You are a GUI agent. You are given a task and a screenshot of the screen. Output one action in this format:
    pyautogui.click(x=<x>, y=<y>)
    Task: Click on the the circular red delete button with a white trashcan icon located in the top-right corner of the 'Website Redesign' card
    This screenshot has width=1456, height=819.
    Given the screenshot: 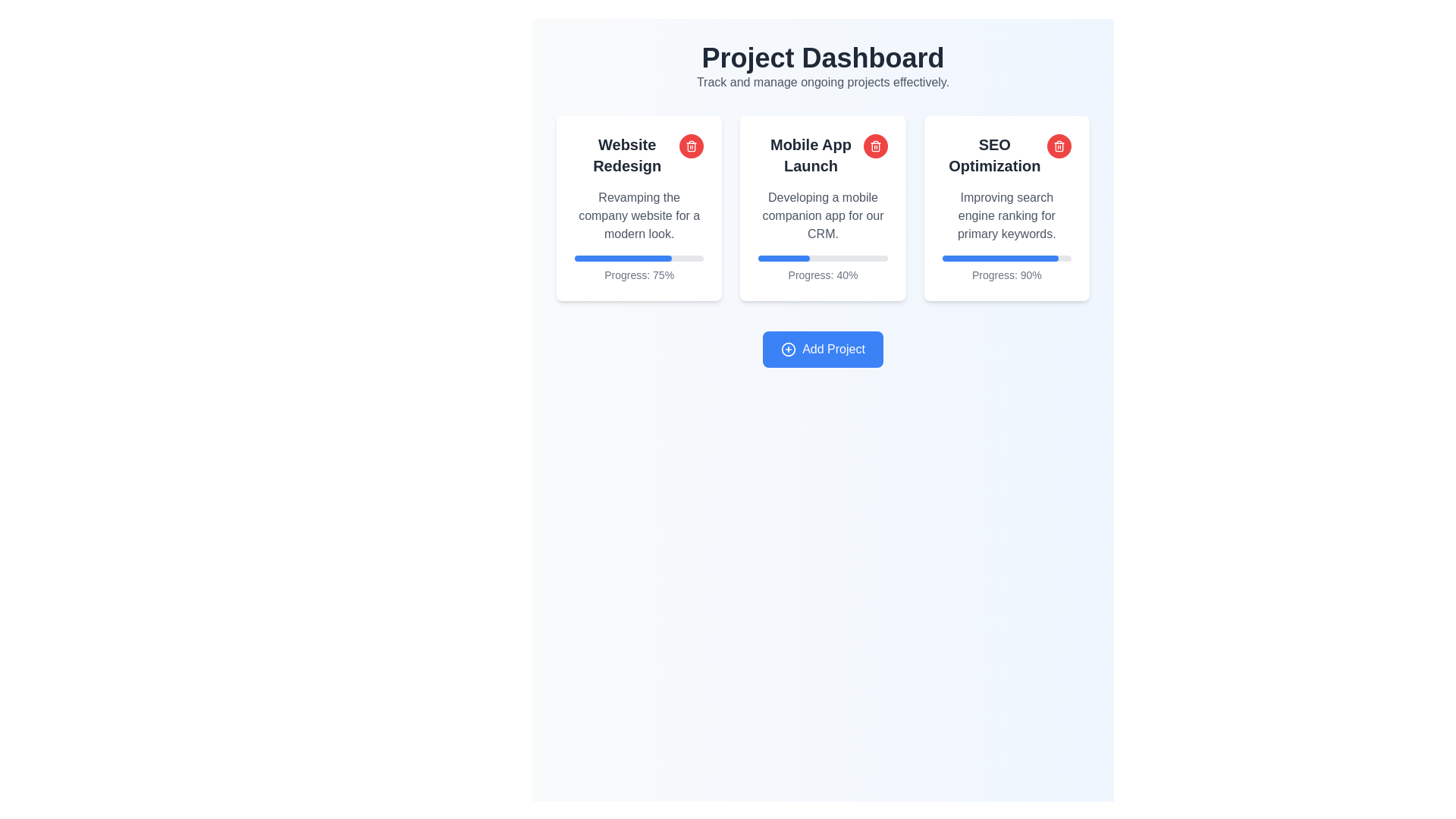 What is the action you would take?
    pyautogui.click(x=691, y=146)
    